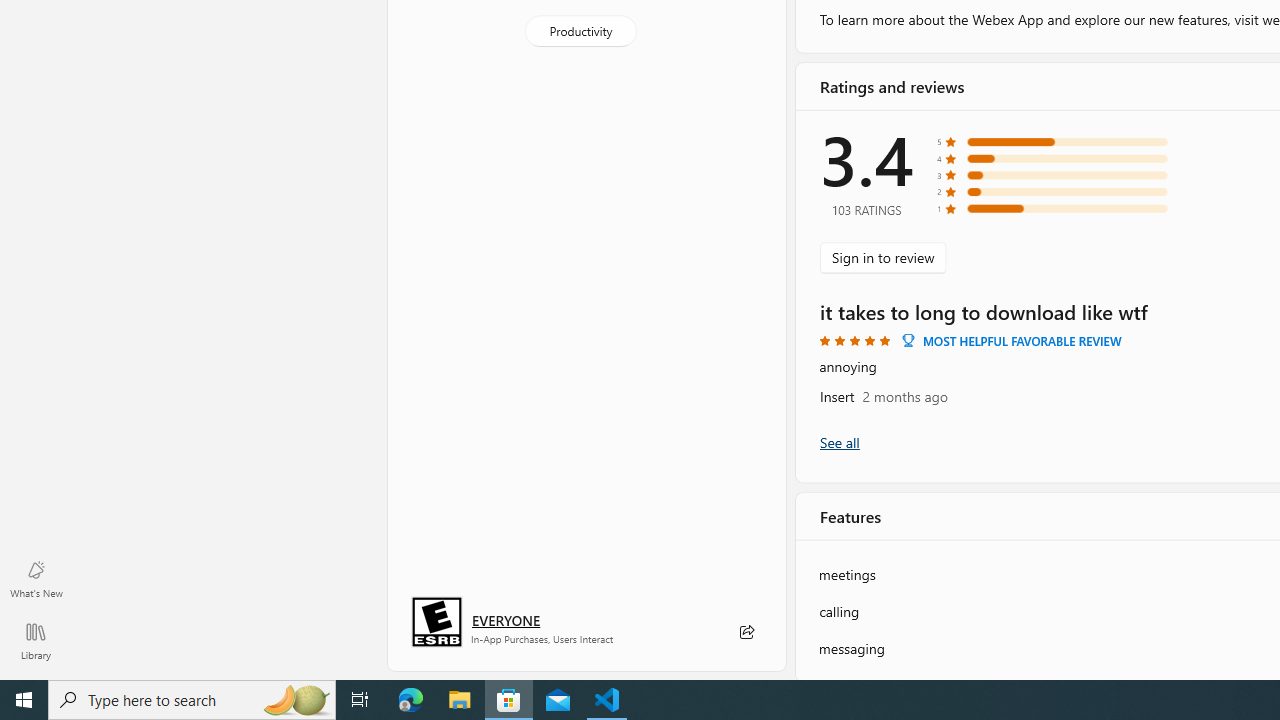 This screenshot has height=720, width=1280. I want to click on 'Age rating: EVERYONE. Click for more information.', so click(506, 618).